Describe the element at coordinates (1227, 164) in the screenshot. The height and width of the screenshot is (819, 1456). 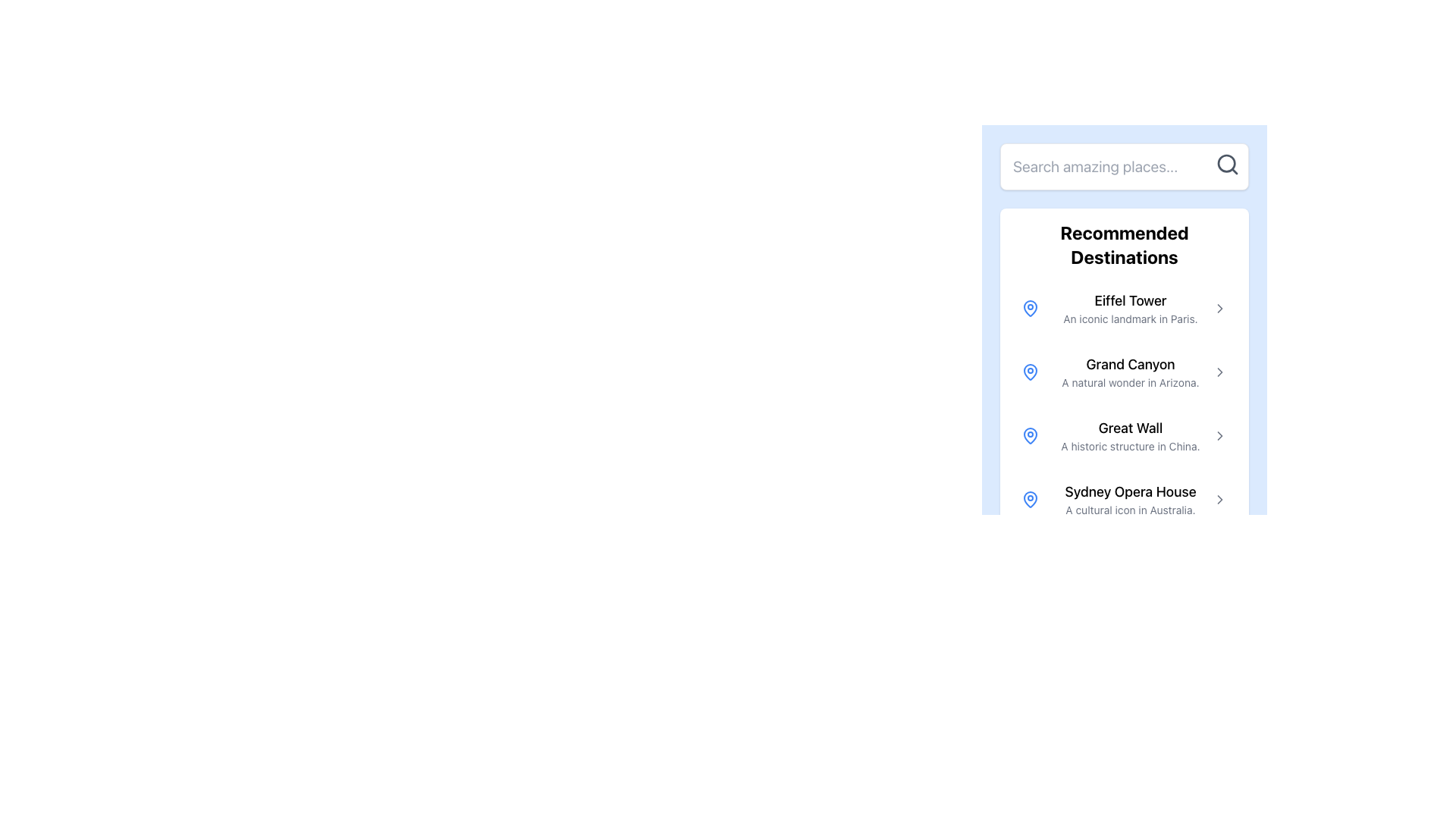
I see `the search icon button located at the top-right corner of the search input field` at that location.